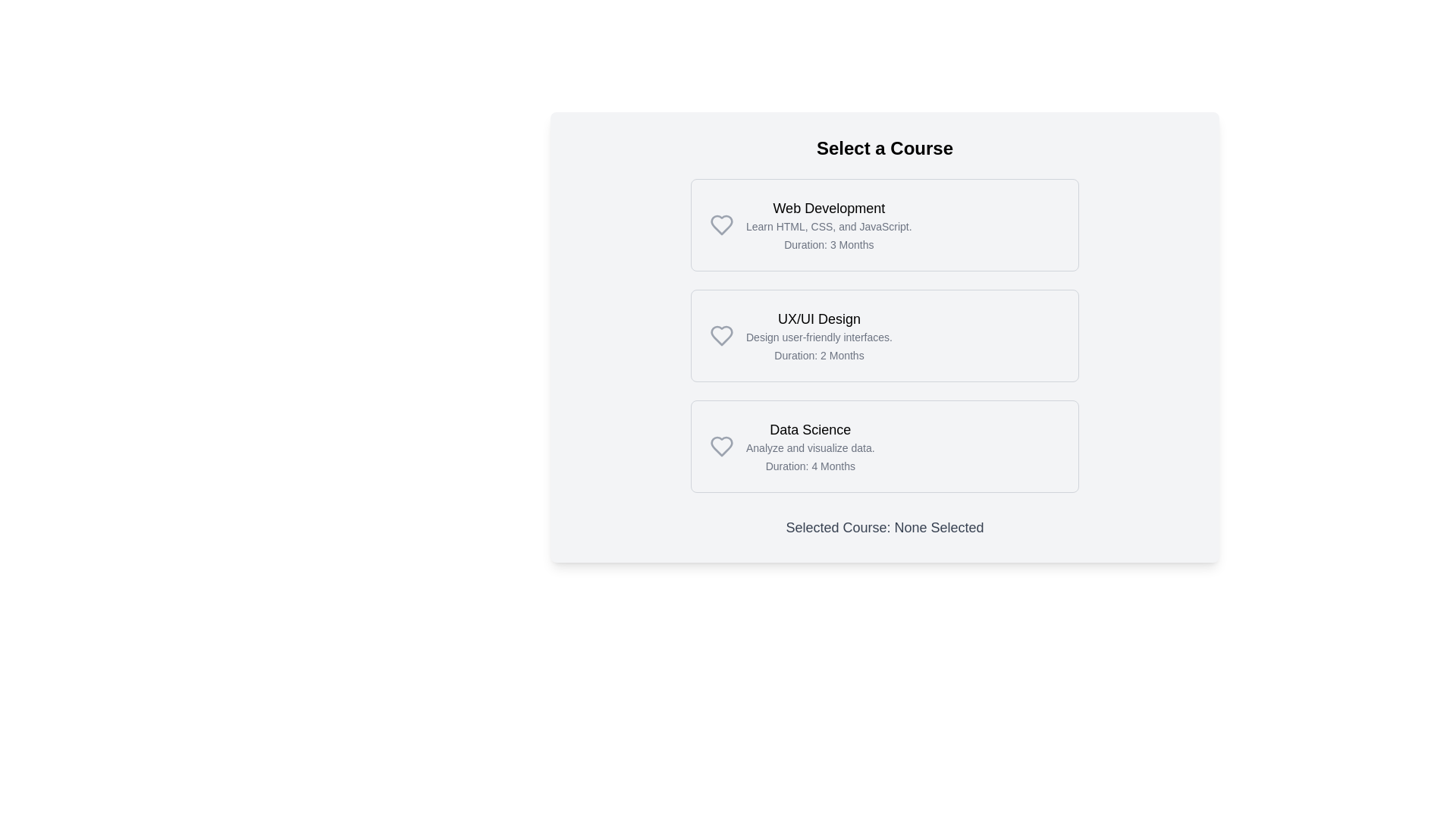  Describe the element at coordinates (828, 227) in the screenshot. I see `the subtitle text element that provides additional information about the 'Web Development' course, positioned below the title and above the duration line` at that location.